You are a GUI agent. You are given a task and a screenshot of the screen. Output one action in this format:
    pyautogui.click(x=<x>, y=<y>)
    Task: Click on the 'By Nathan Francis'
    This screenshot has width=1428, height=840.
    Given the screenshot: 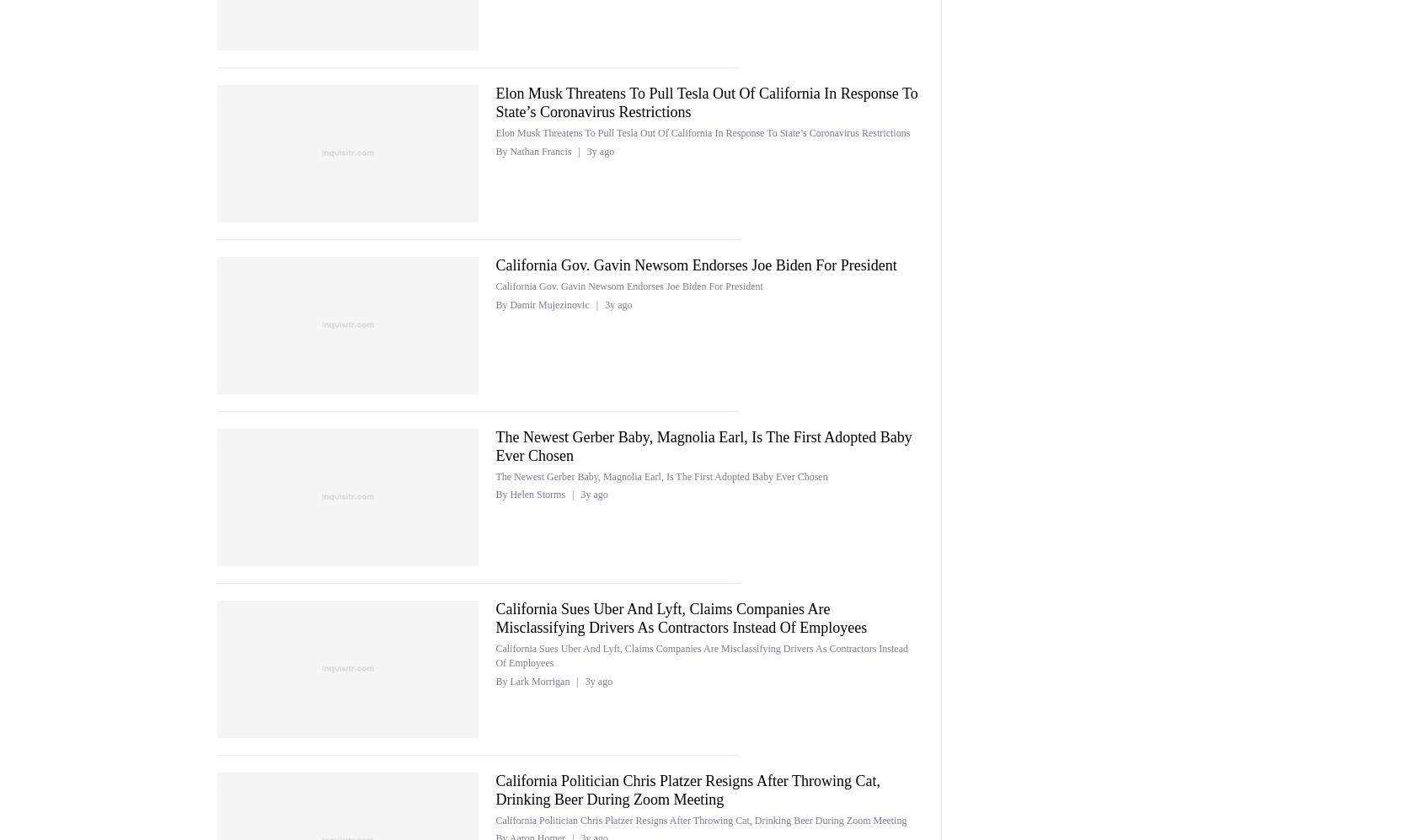 What is the action you would take?
    pyautogui.click(x=533, y=149)
    